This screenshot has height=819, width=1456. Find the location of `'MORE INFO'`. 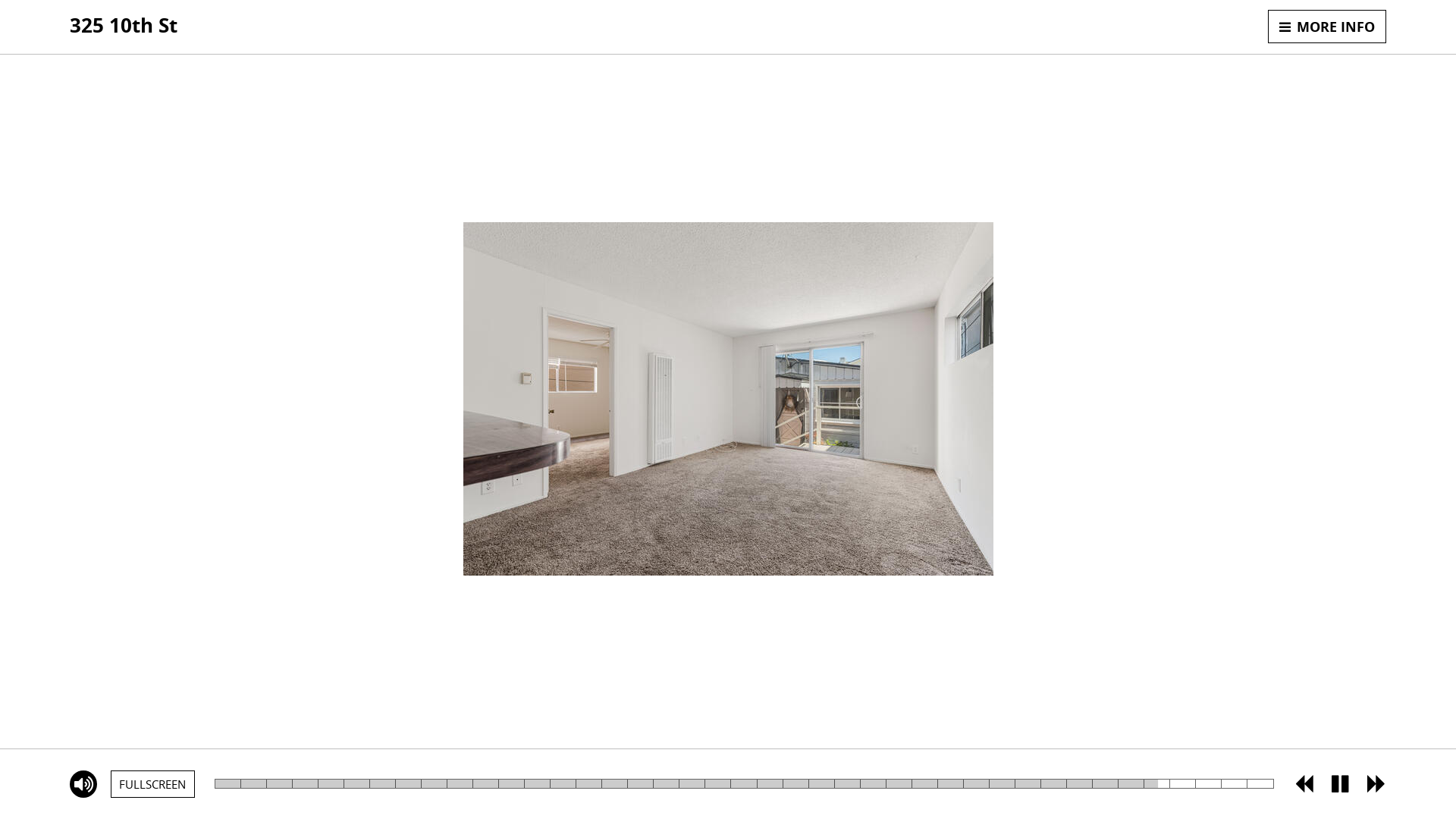

'MORE INFO' is located at coordinates (1267, 26).